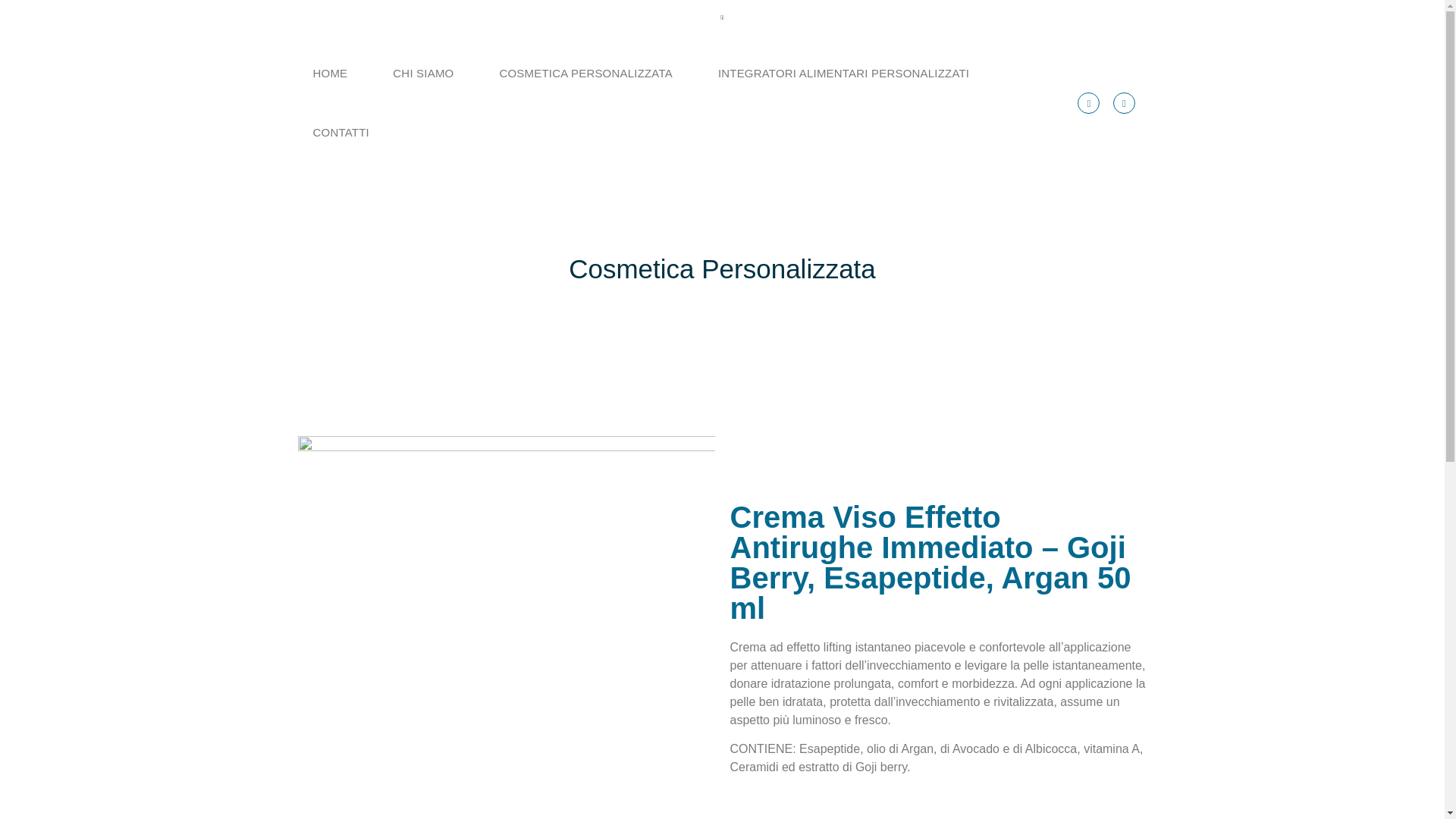 This screenshot has width=1456, height=819. I want to click on 'CONTATTI', so click(290, 131).